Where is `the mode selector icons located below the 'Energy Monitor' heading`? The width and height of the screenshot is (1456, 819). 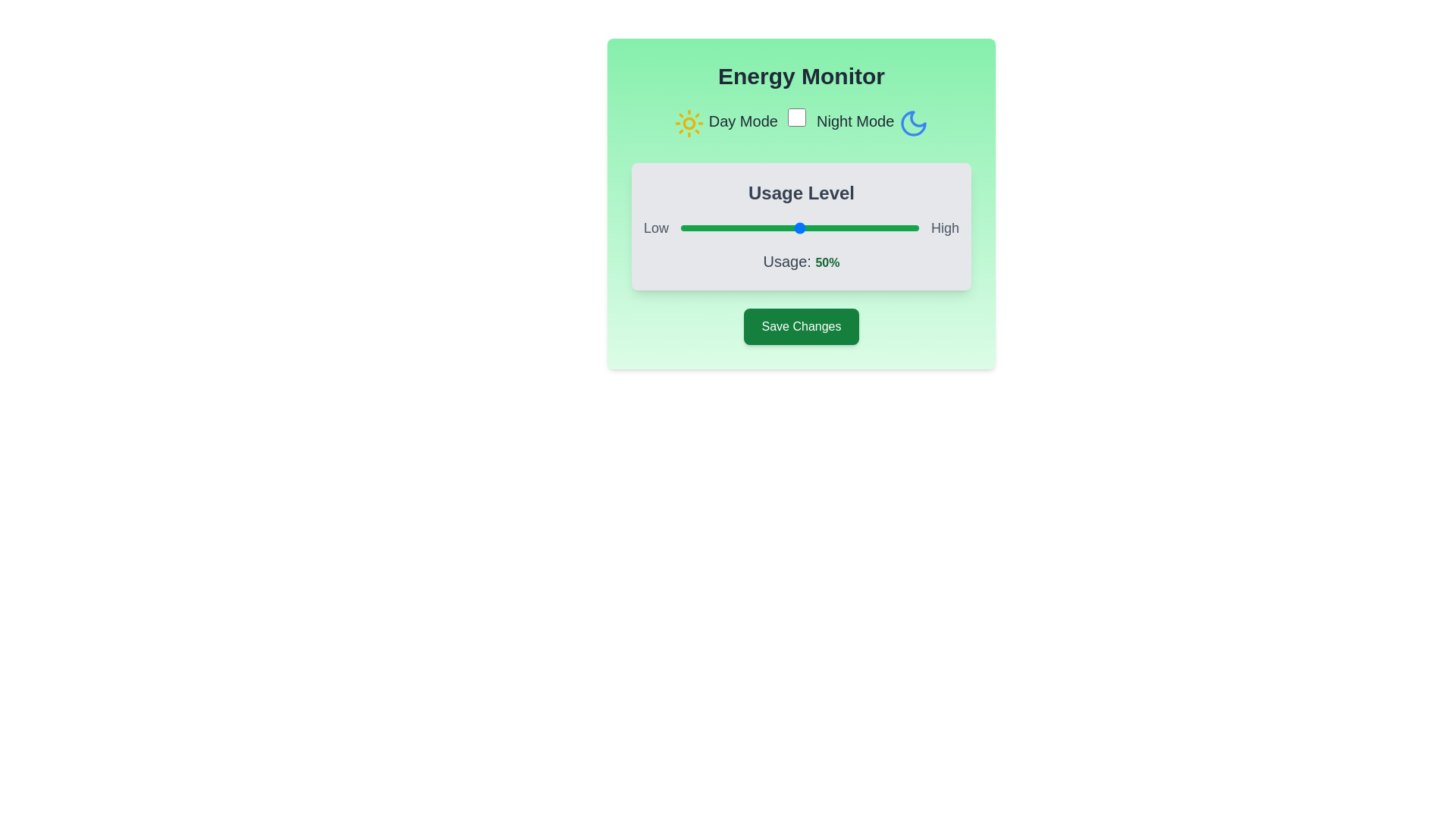 the mode selector icons located below the 'Energy Monitor' heading is located at coordinates (800, 122).